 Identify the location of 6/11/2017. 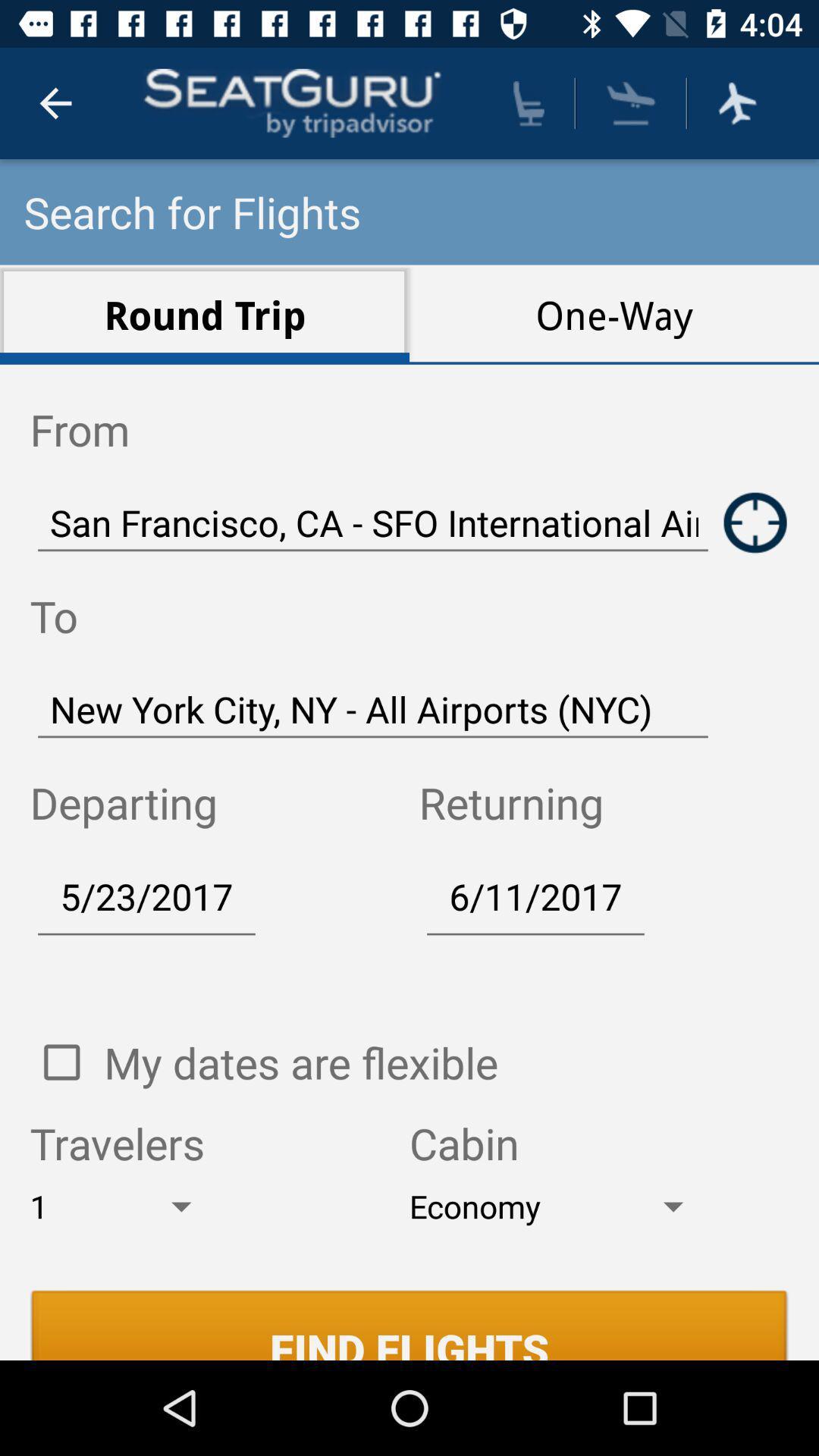
(535, 896).